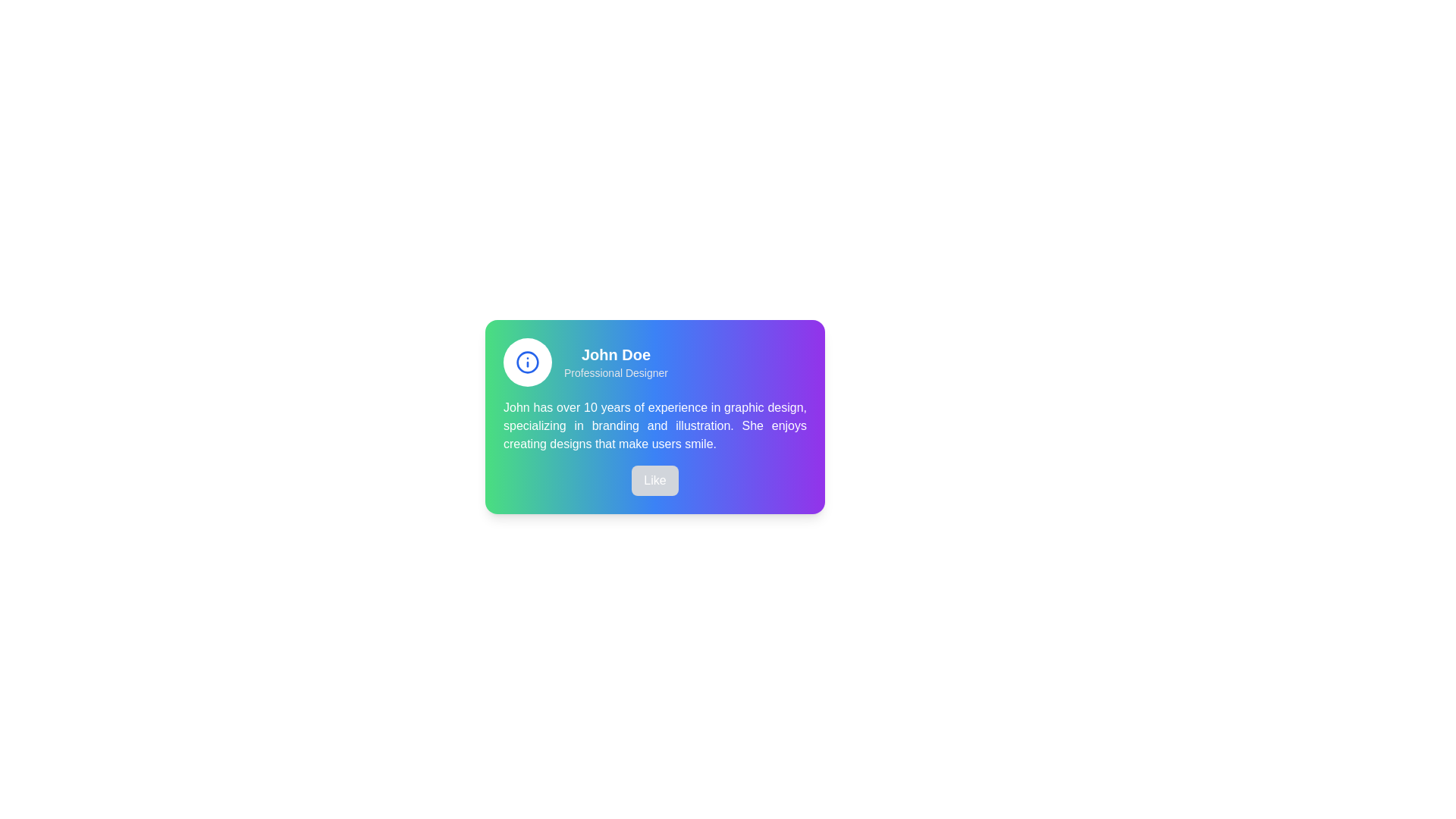 Image resolution: width=1456 pixels, height=819 pixels. What do you see at coordinates (616, 354) in the screenshot?
I see `text label that signifies the name of the profile owner, positioned prominently above the subtitle and to the right of the informational icon` at bounding box center [616, 354].